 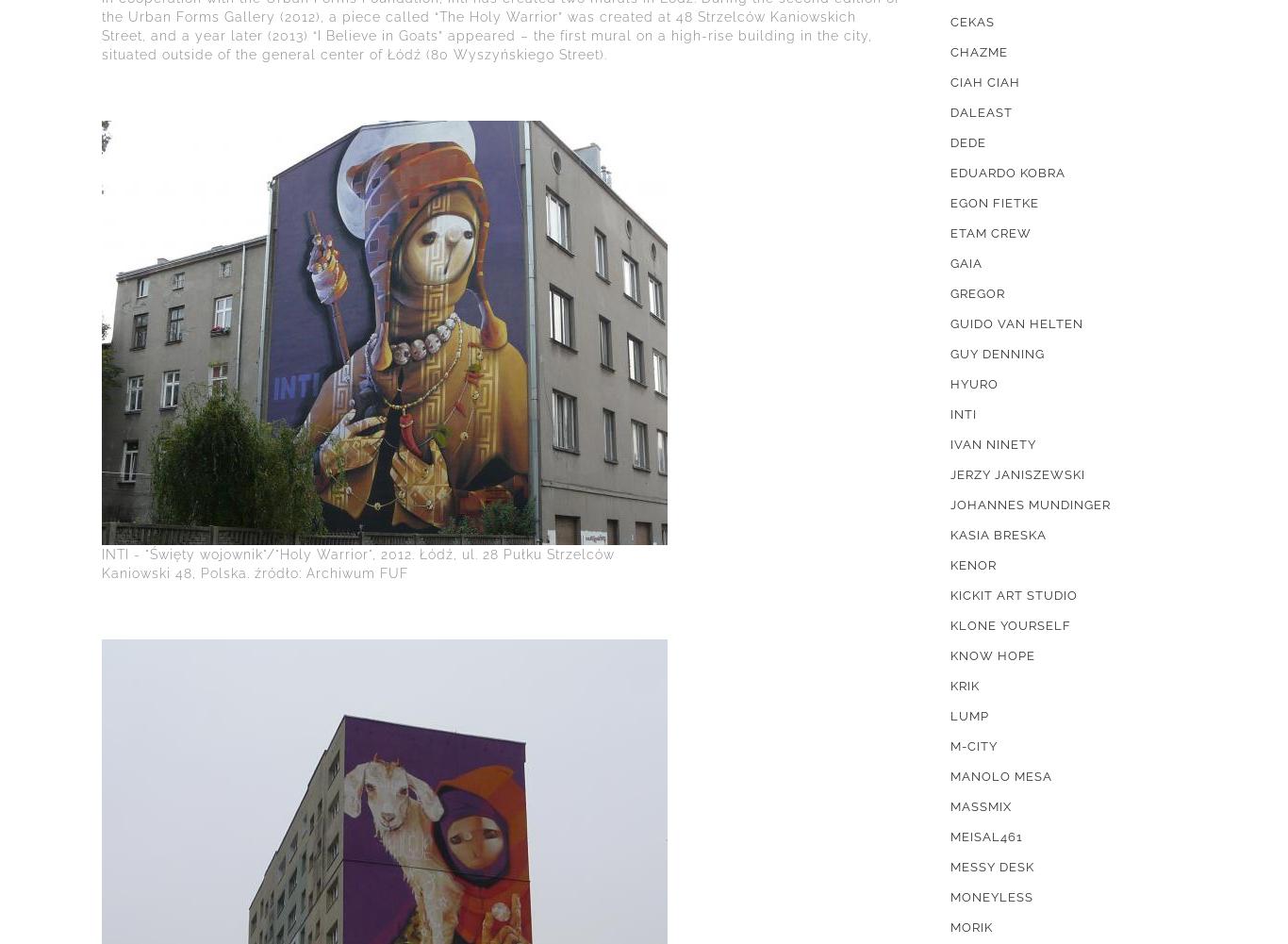 I want to click on 'EGON FIETKE', so click(x=993, y=202).